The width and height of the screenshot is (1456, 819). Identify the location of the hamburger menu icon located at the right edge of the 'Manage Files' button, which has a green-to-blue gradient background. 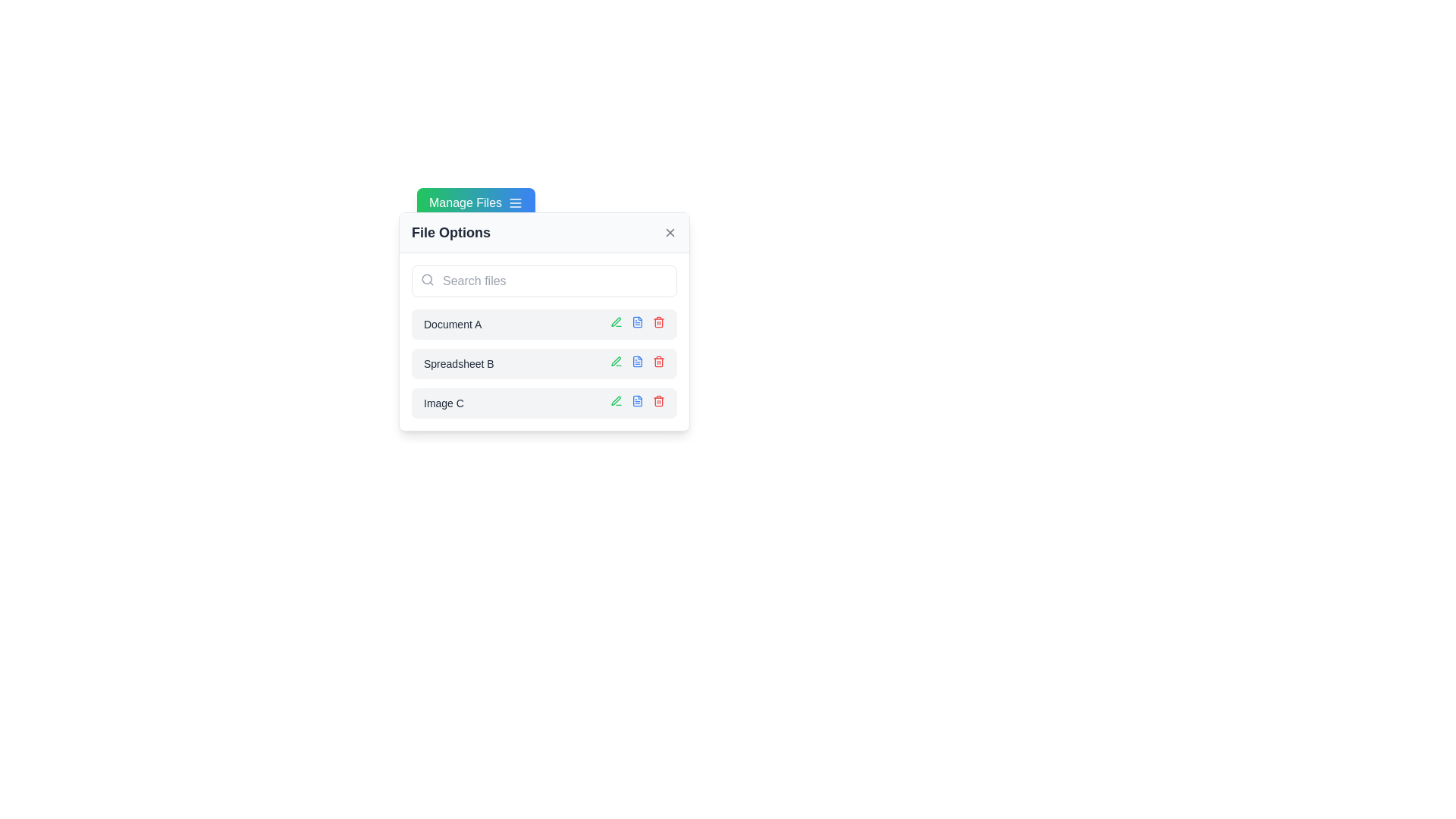
(516, 202).